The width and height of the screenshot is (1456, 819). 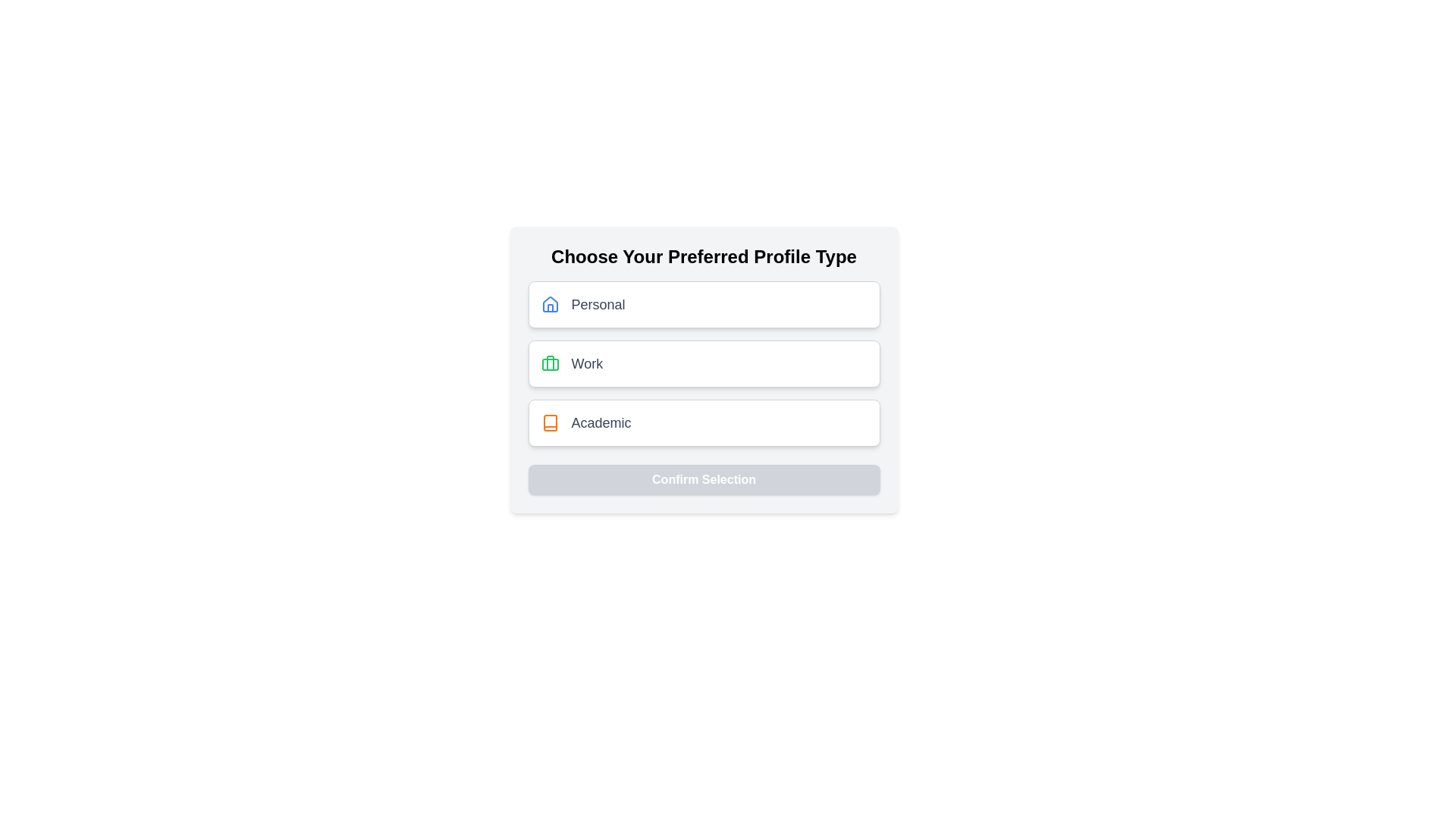 What do you see at coordinates (703, 423) in the screenshot?
I see `the 'Academic' profile type selectable option using keyboard navigation` at bounding box center [703, 423].